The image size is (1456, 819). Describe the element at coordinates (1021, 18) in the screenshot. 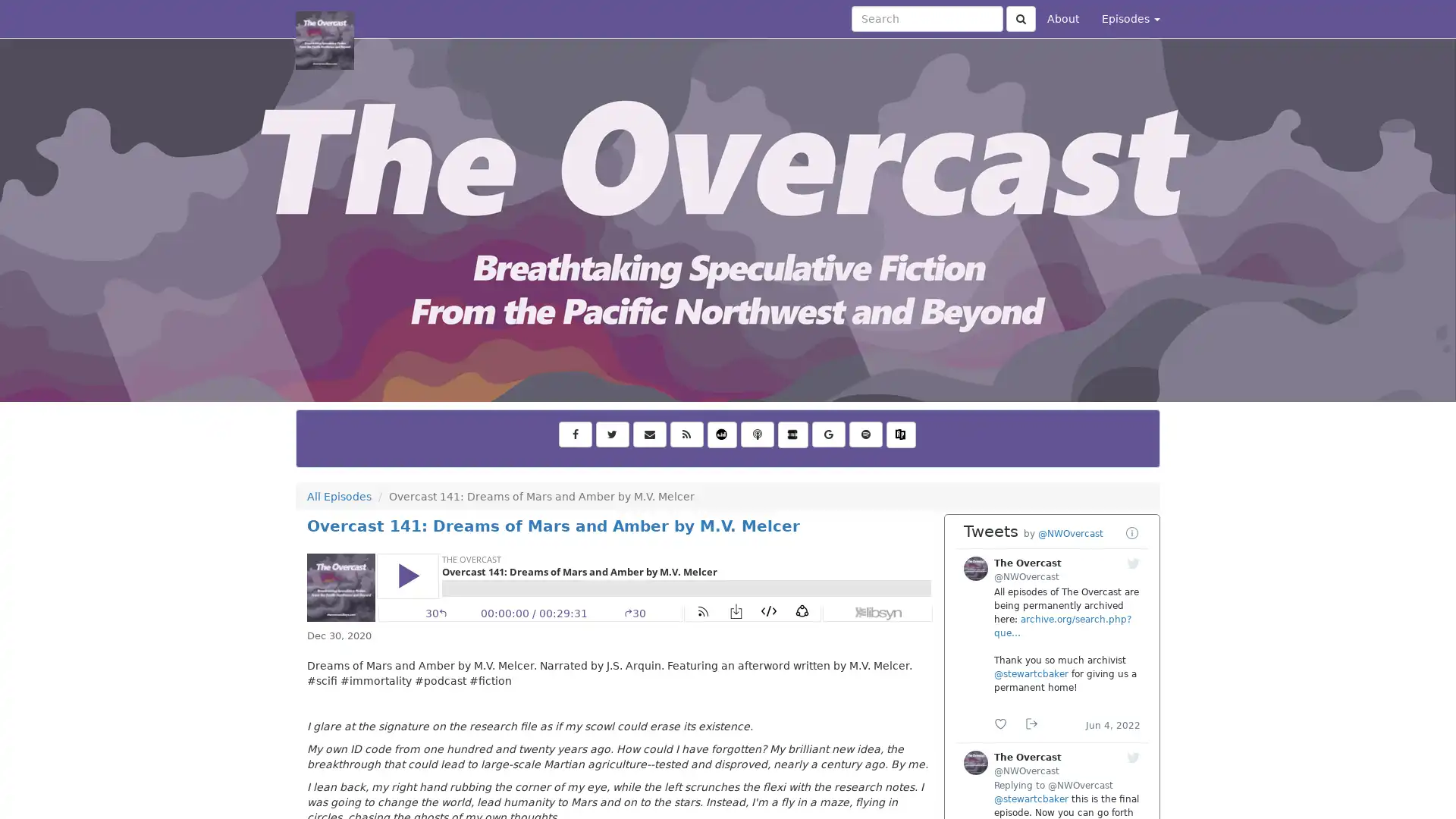

I see `Click to submit search` at that location.